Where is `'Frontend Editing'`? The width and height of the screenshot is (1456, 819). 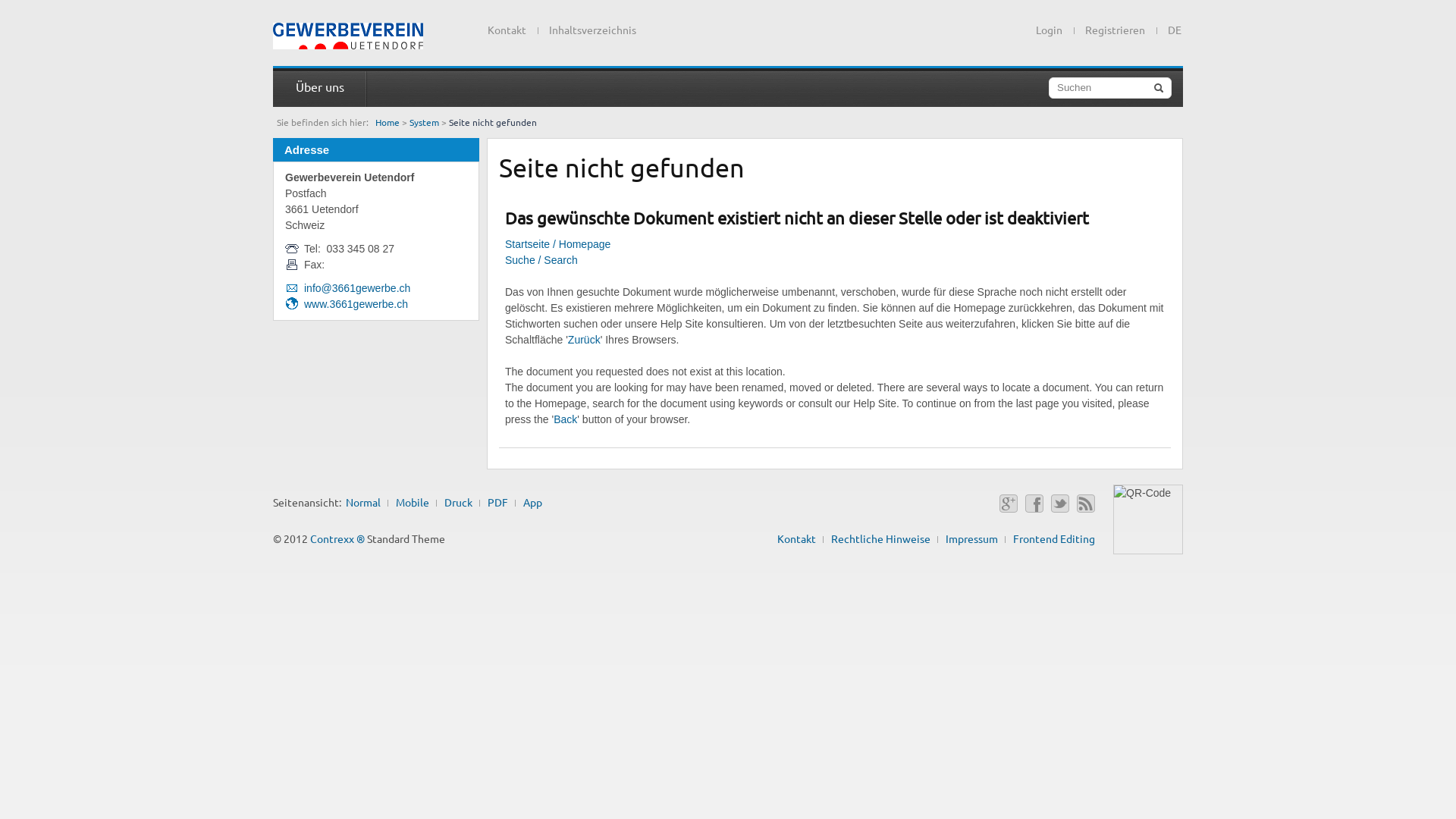
'Frontend Editing' is located at coordinates (1053, 537).